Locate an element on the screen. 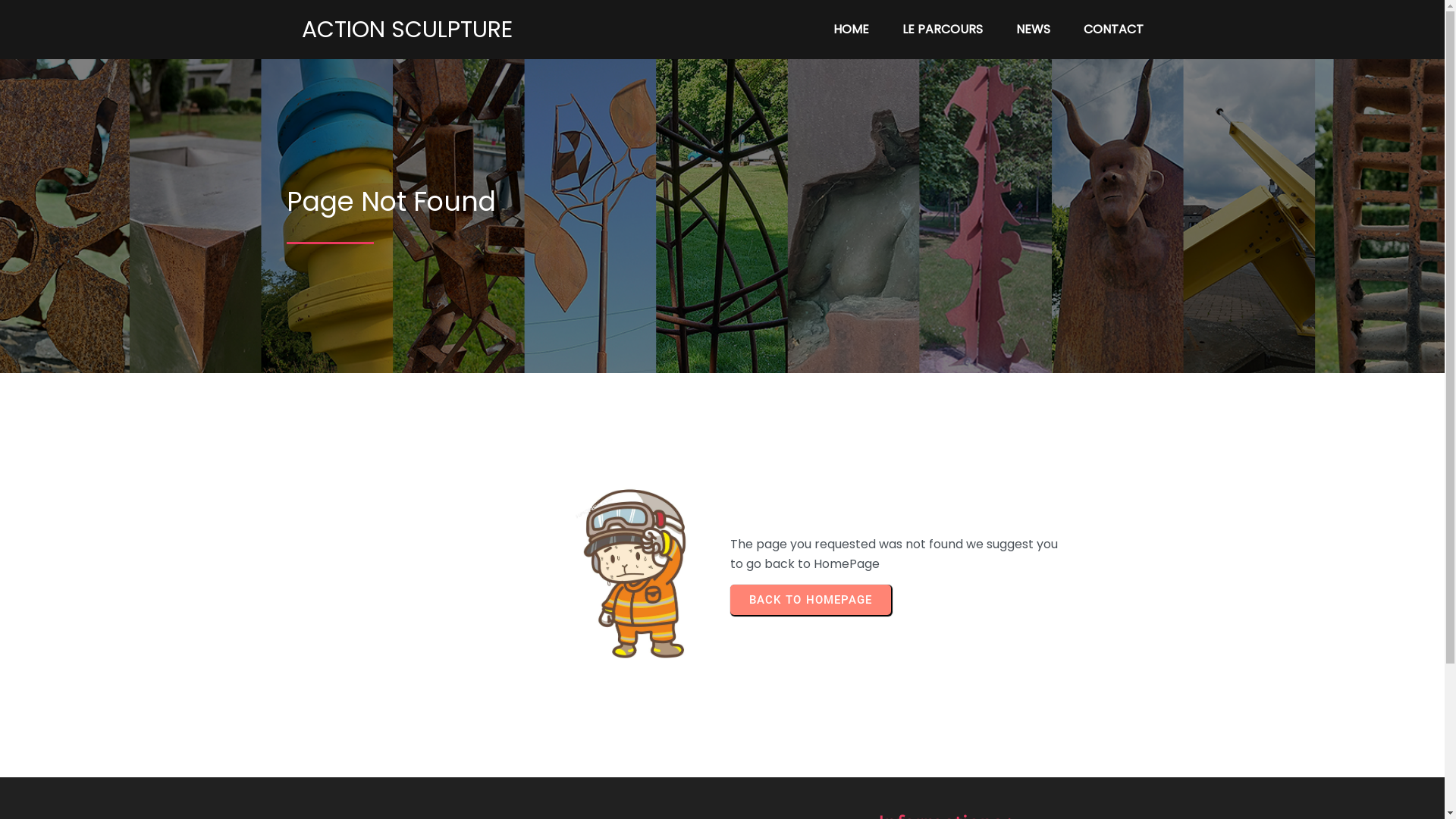 This screenshot has width=1456, height=819. 'LE PARCOURS' is located at coordinates (942, 29).